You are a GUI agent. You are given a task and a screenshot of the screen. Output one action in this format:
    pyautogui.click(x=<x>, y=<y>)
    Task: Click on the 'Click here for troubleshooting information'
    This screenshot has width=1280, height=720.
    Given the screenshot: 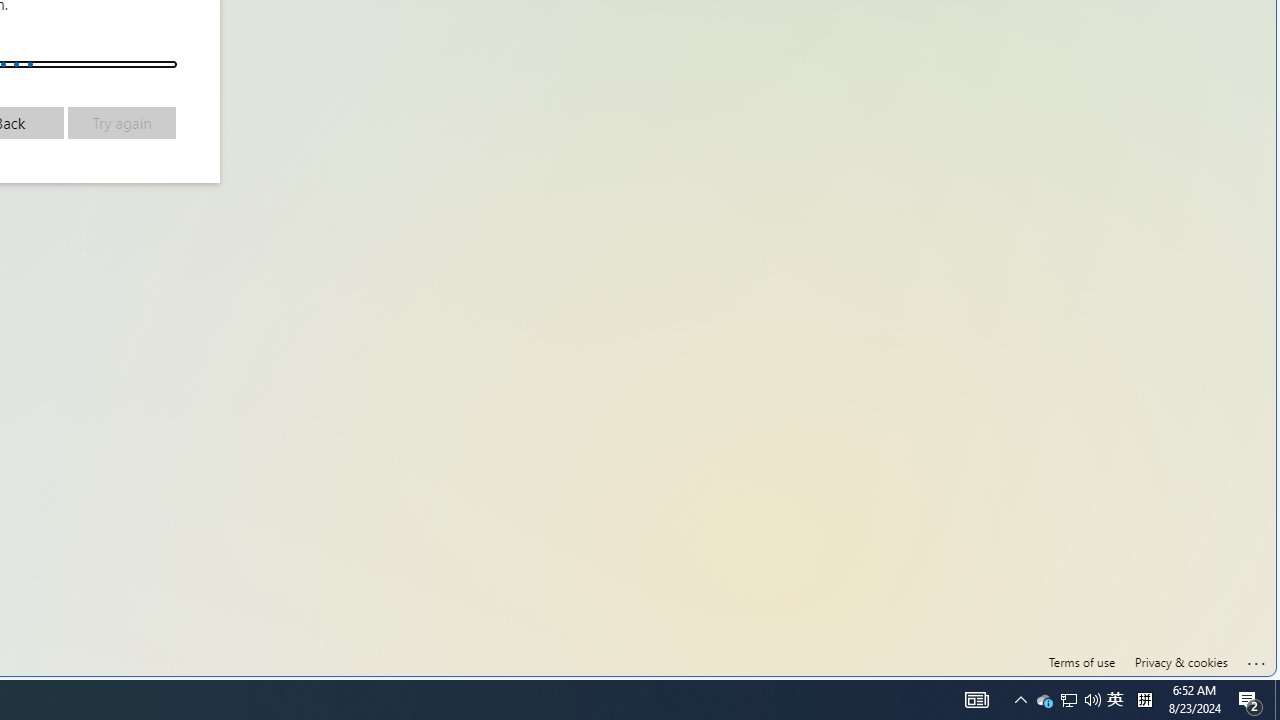 What is the action you would take?
    pyautogui.click(x=1256, y=659)
    